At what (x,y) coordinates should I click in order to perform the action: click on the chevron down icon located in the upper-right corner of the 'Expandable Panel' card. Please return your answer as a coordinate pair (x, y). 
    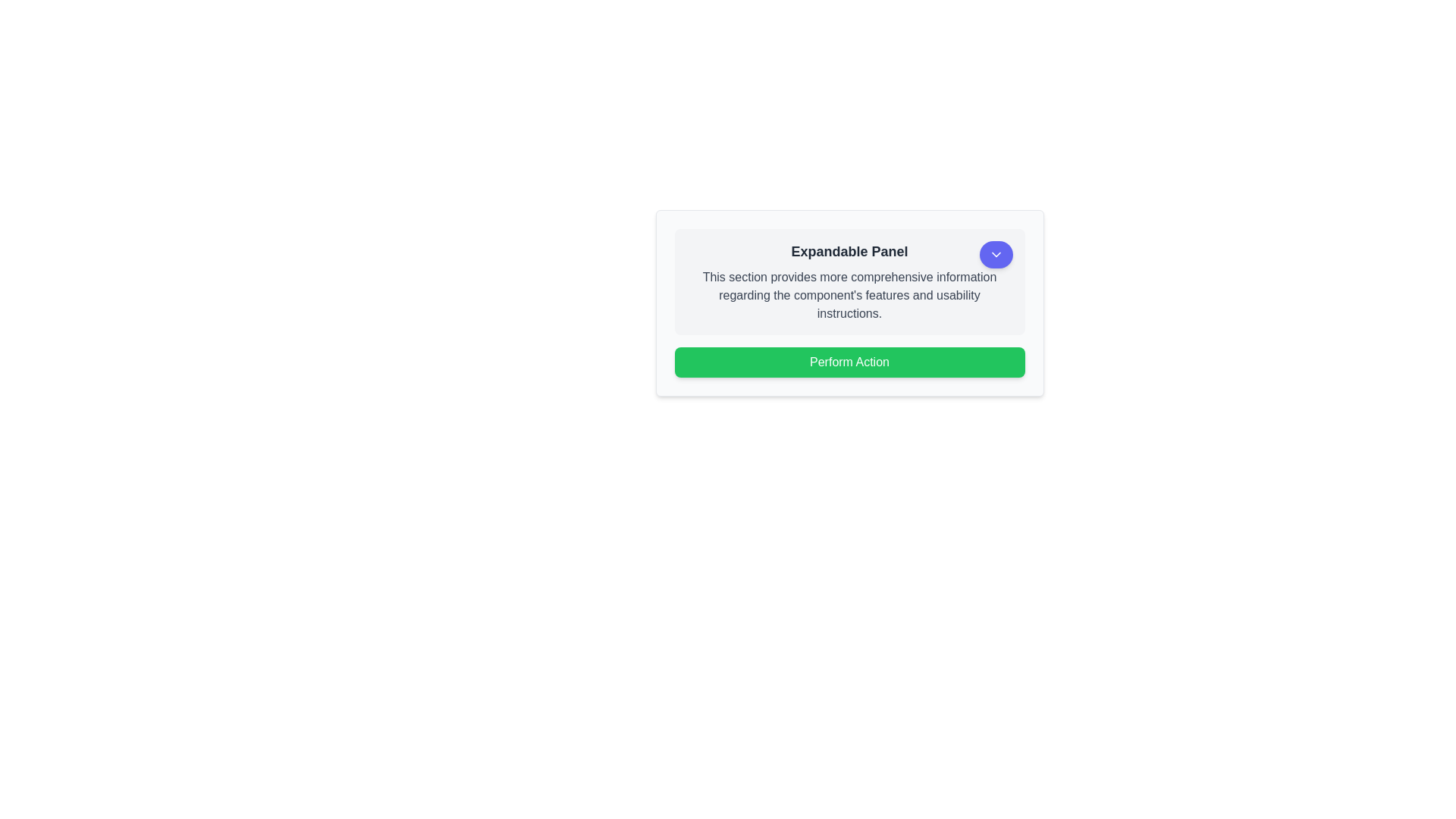
    Looking at the image, I should click on (996, 253).